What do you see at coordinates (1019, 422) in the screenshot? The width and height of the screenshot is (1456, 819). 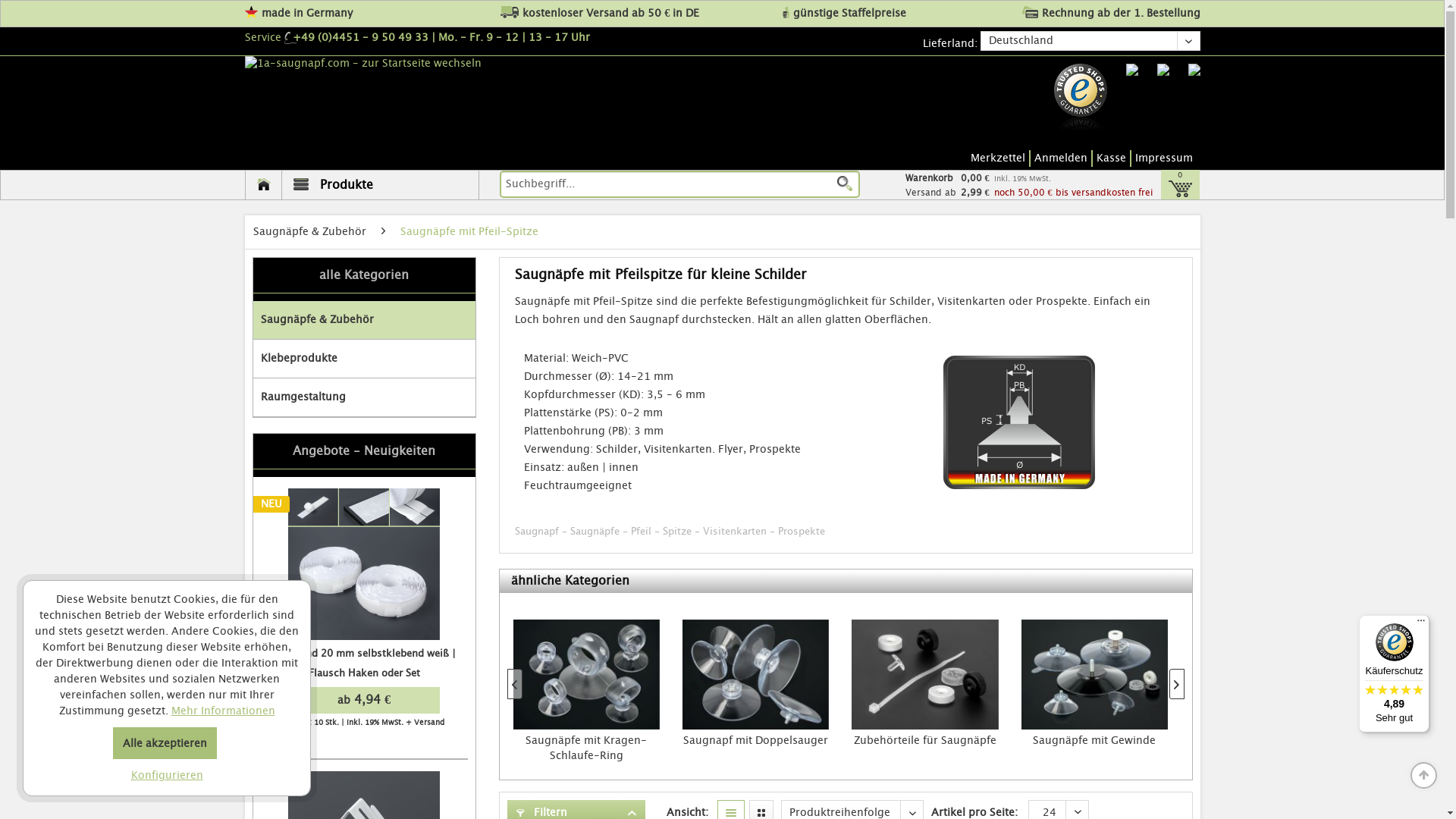 I see `'Saugnapf mit Pfeil-Spitze'` at bounding box center [1019, 422].